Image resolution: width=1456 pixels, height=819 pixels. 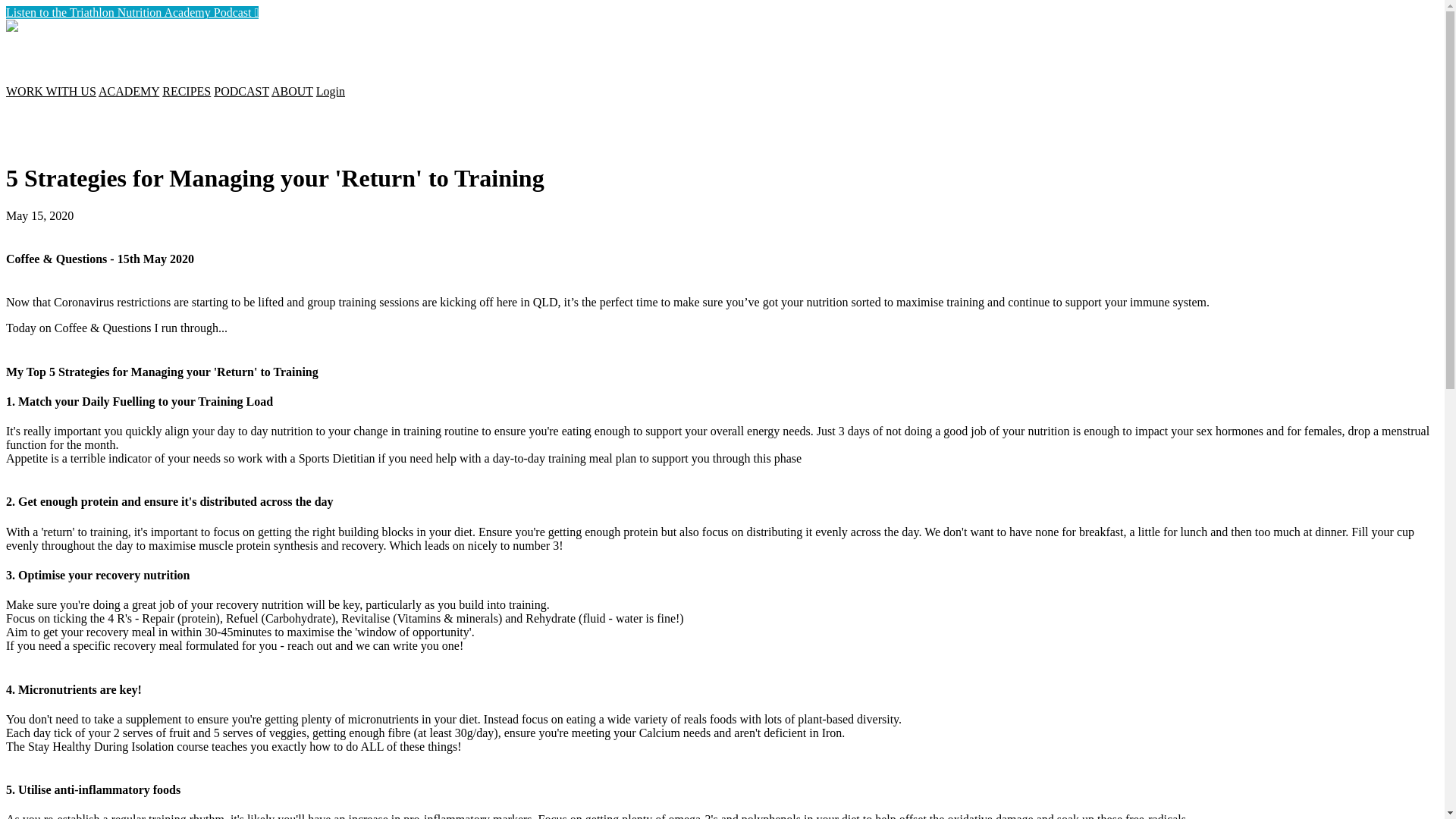 I want to click on 'WORK WITH US', so click(x=51, y=91).